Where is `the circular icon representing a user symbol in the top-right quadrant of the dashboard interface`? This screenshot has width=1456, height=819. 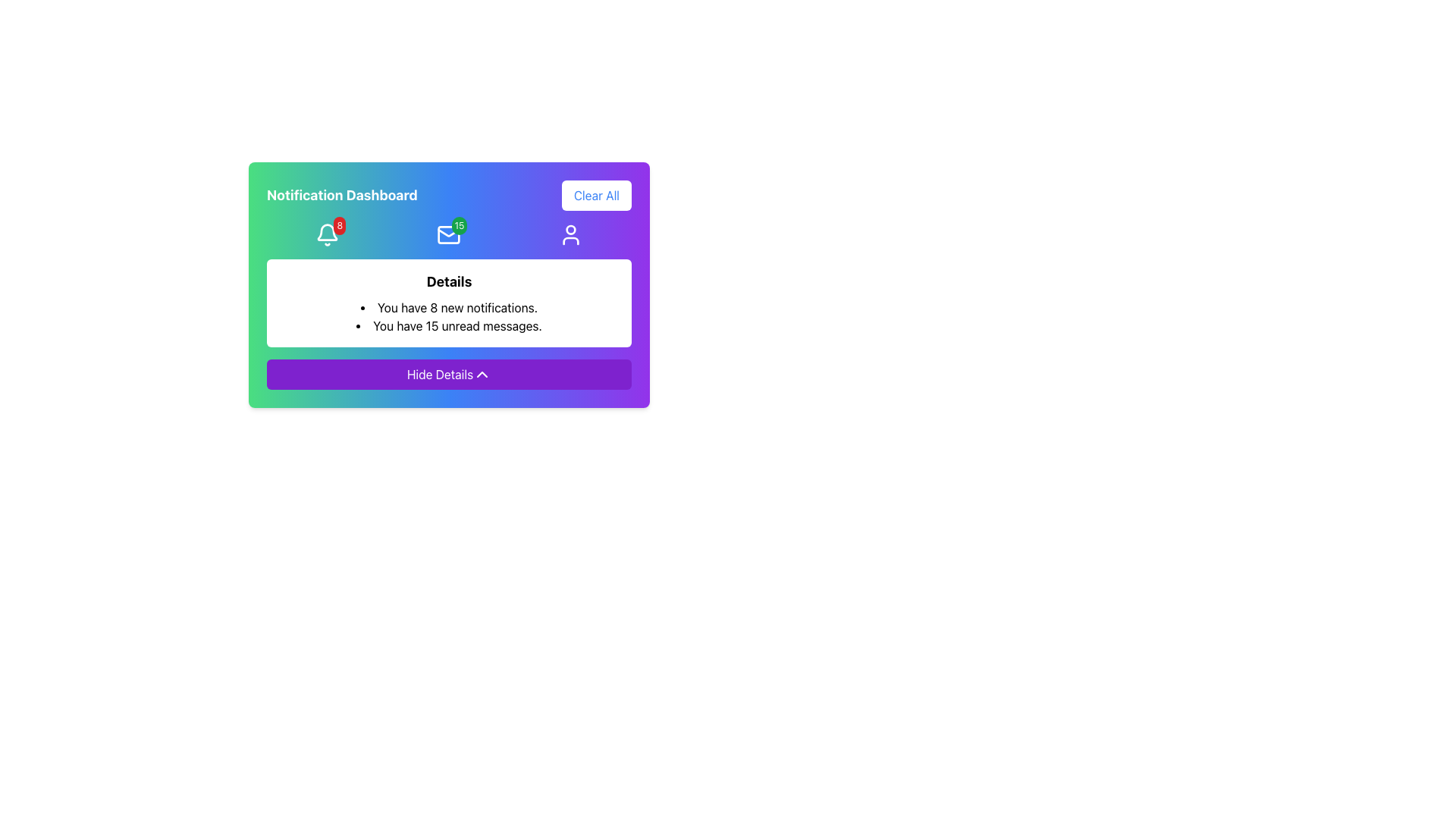
the circular icon representing a user symbol in the top-right quadrant of the dashboard interface is located at coordinates (570, 230).